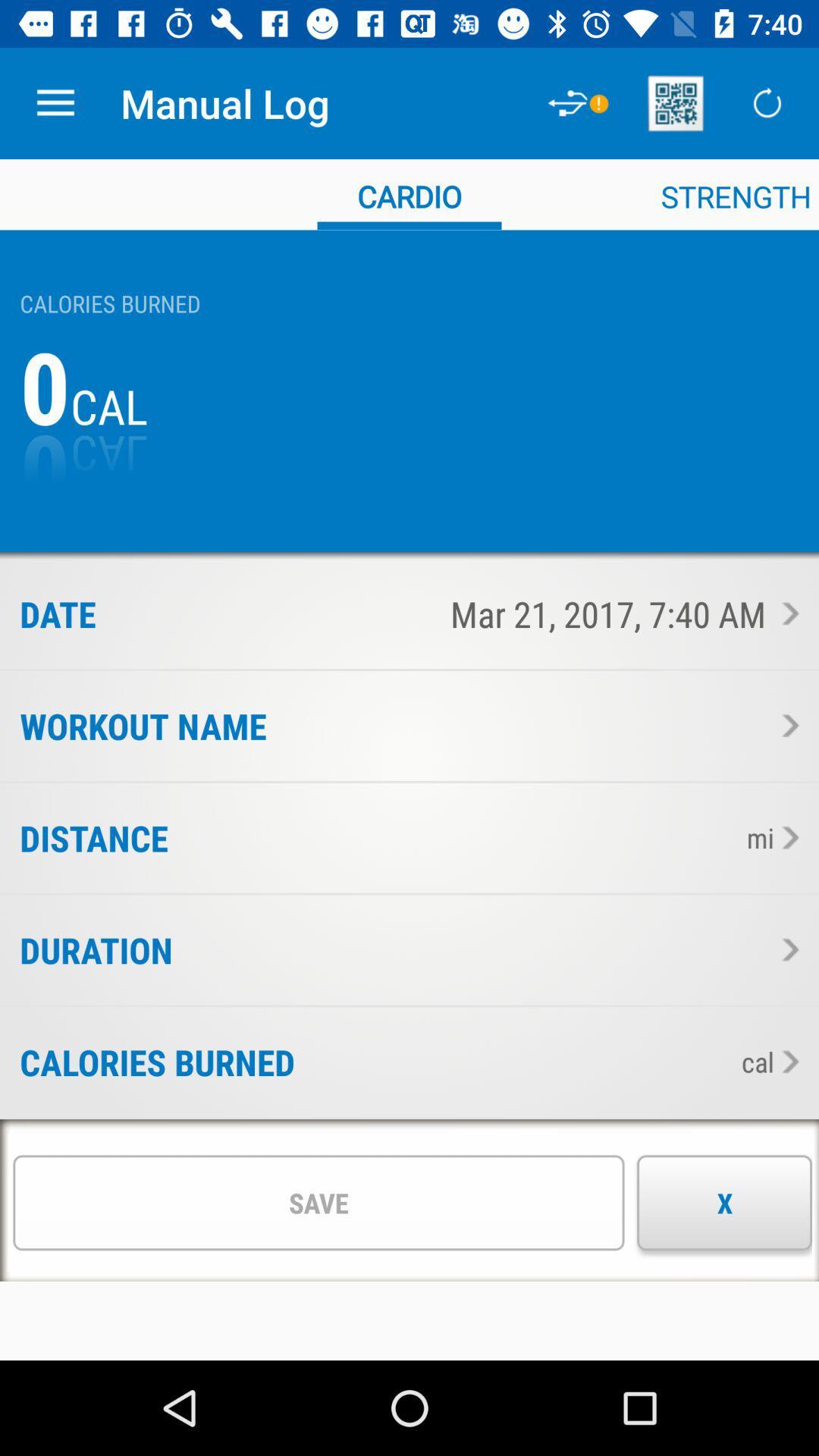  What do you see at coordinates (451, 837) in the screenshot?
I see `icon to the right of distance` at bounding box center [451, 837].